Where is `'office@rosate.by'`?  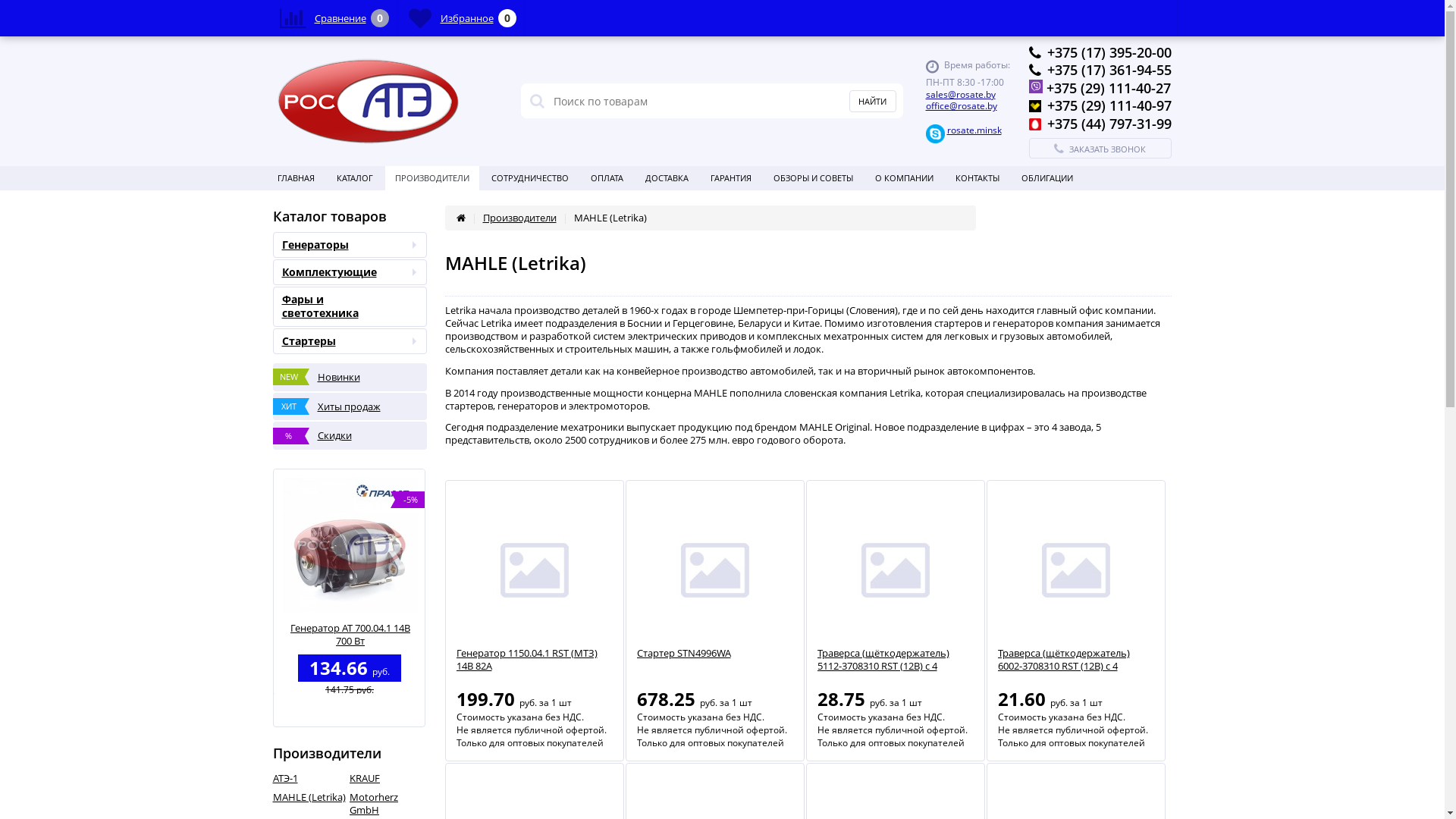
'office@rosate.by' is located at coordinates (960, 105).